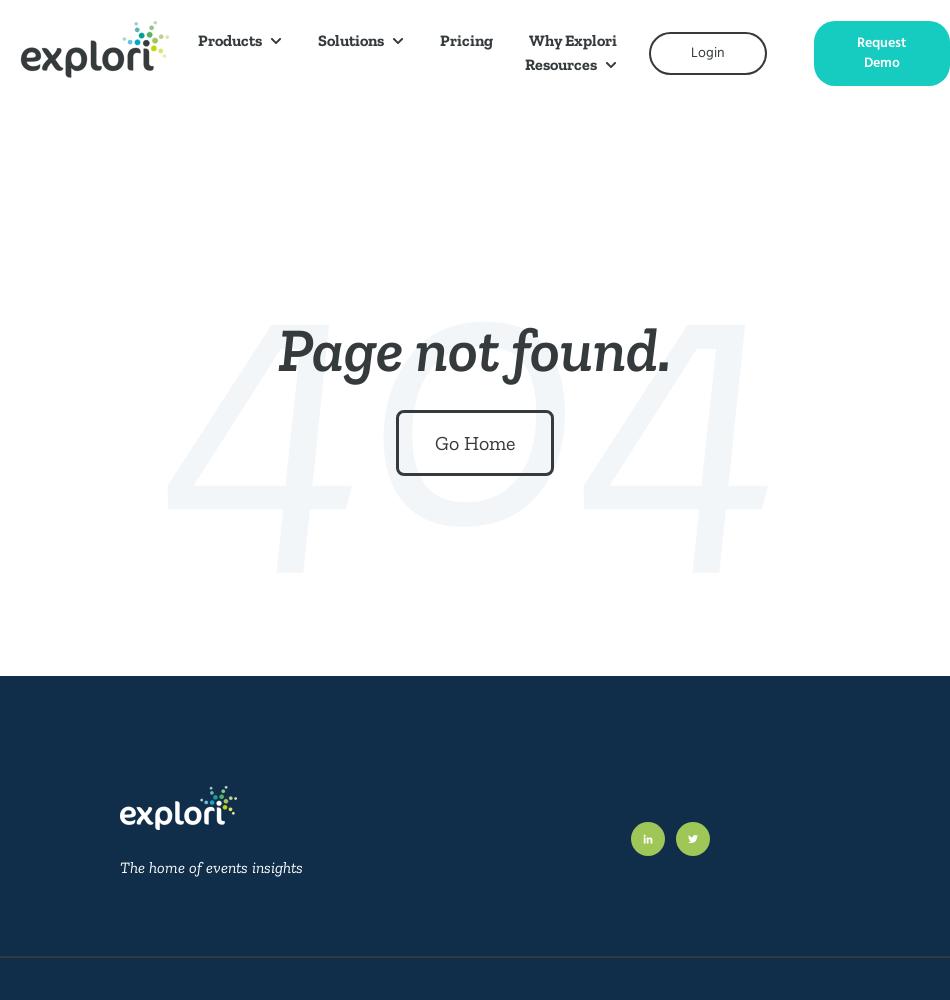  What do you see at coordinates (708, 52) in the screenshot?
I see `'Login'` at bounding box center [708, 52].